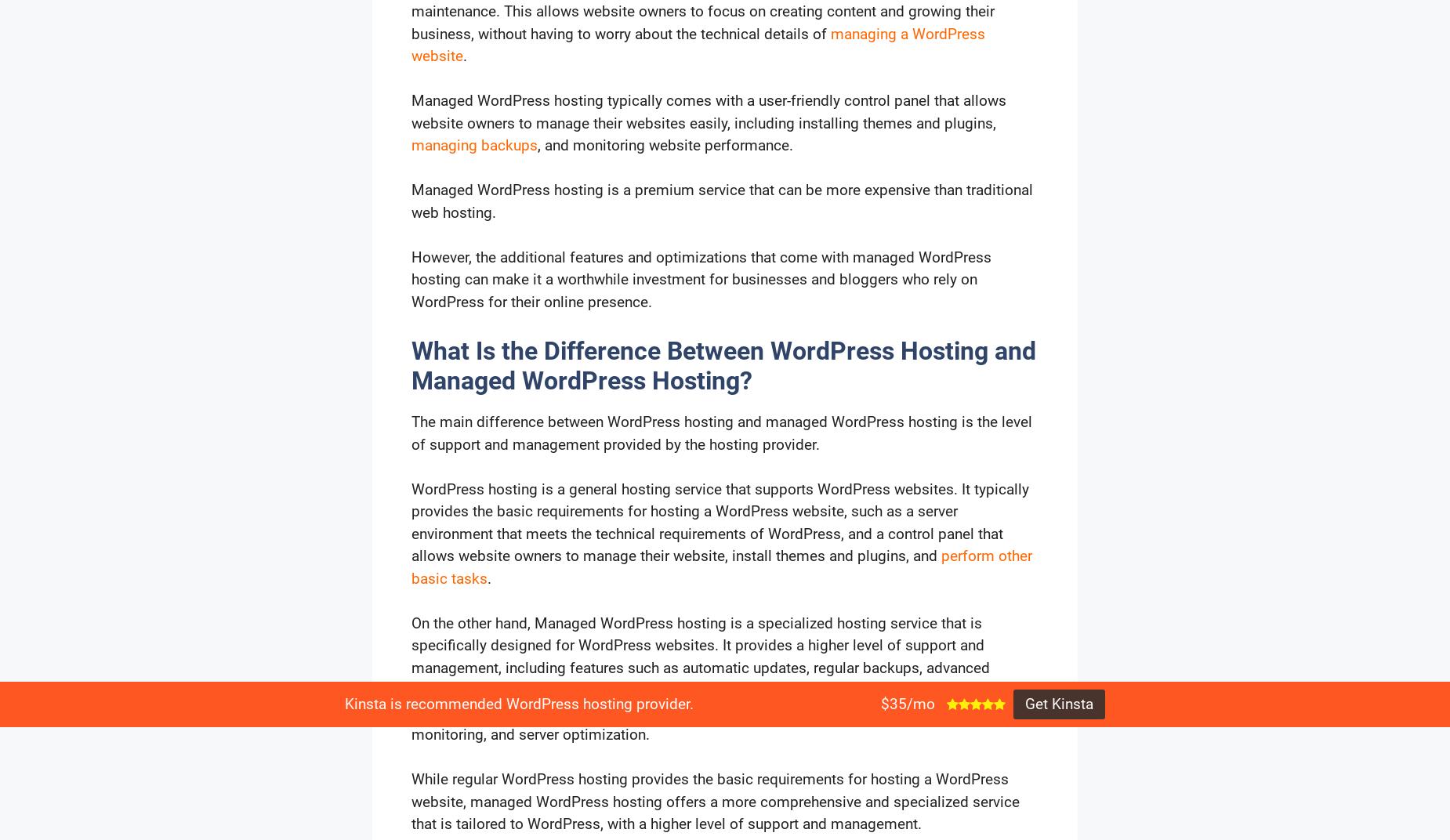  Describe the element at coordinates (474, 144) in the screenshot. I see `'managing backups'` at that location.